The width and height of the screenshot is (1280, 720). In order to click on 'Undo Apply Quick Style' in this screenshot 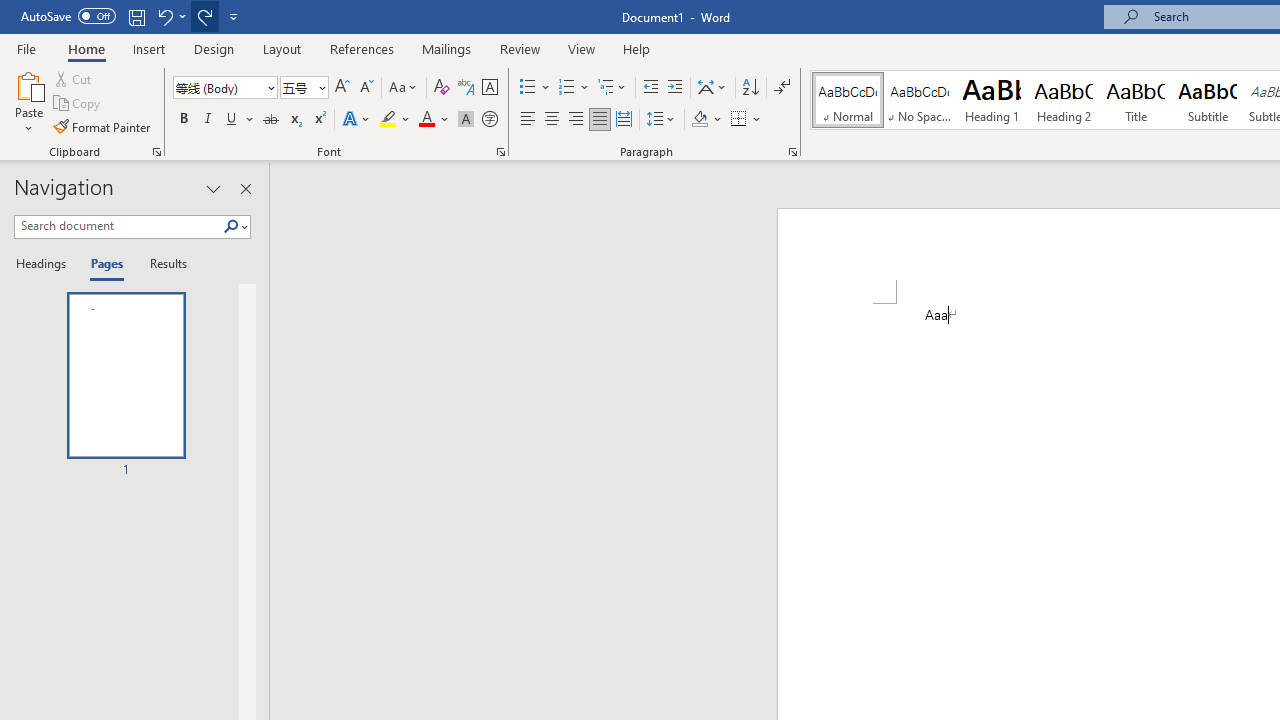, I will do `click(170, 16)`.